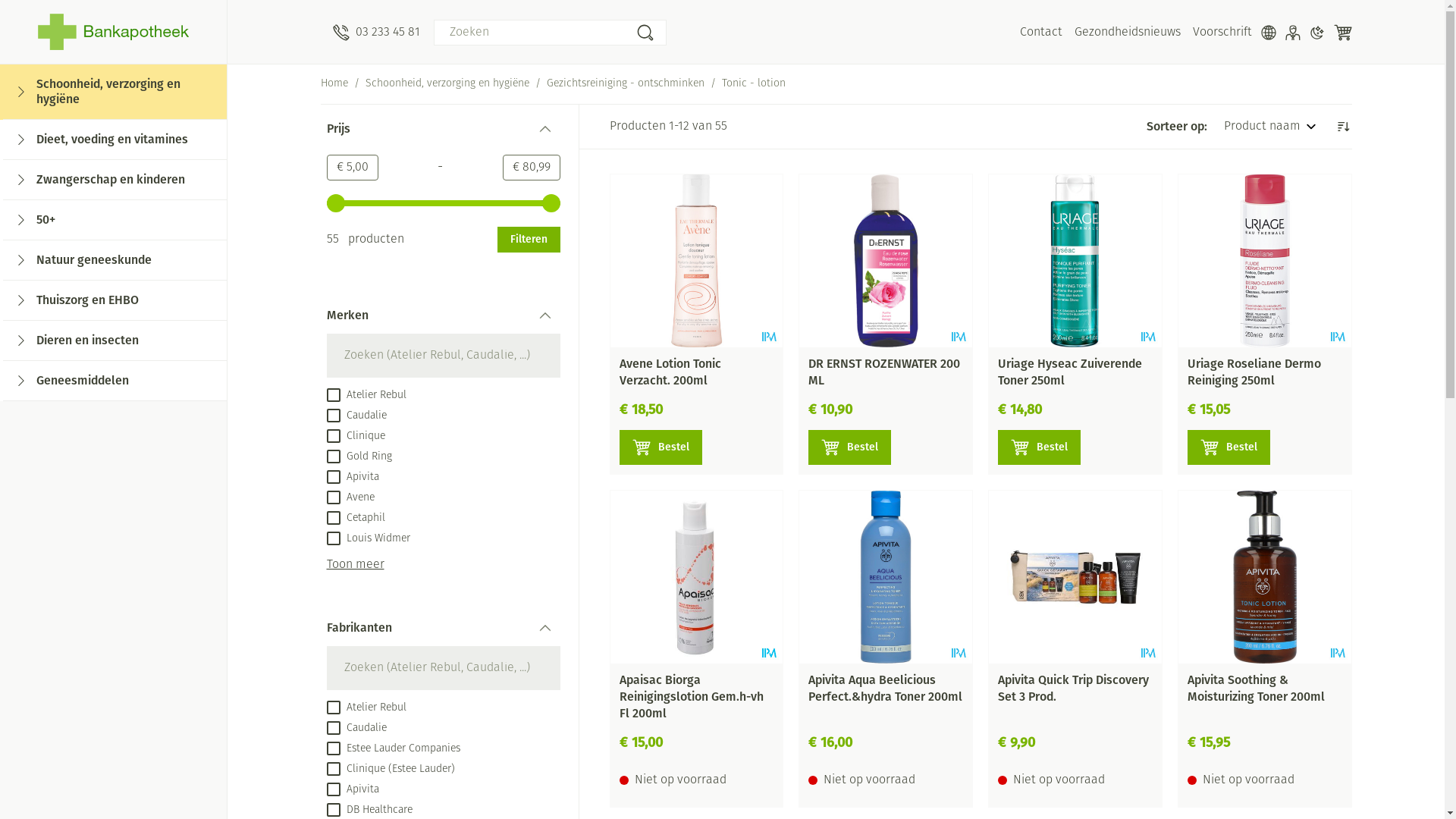 This screenshot has height=819, width=1456. Describe the element at coordinates (1316, 32) in the screenshot. I see `'Donkere modus'` at that location.